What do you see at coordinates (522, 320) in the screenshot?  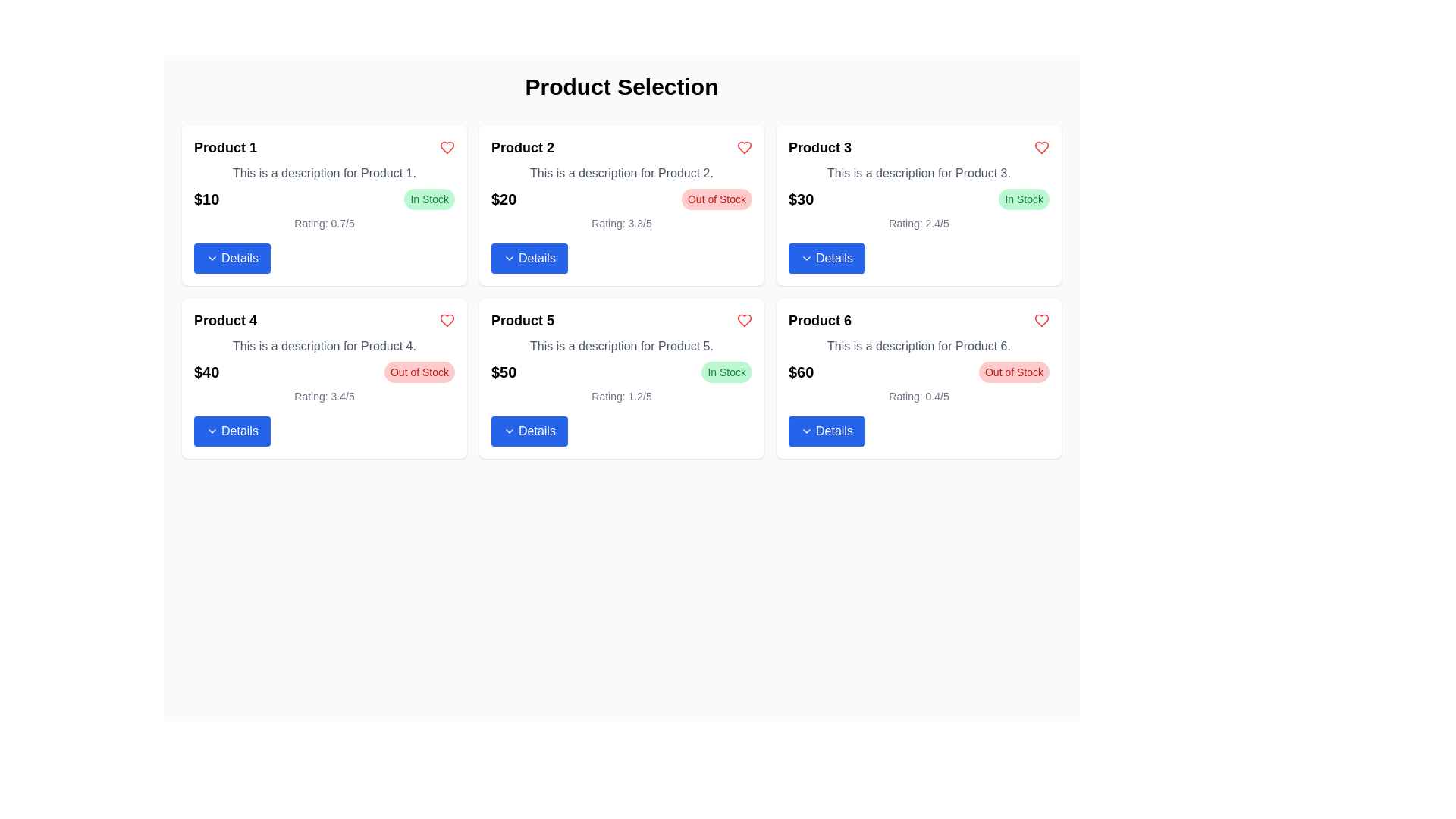 I see `bold text label displaying 'Product 5' located at the top-left of the first product card in the second row of the product grid` at bounding box center [522, 320].